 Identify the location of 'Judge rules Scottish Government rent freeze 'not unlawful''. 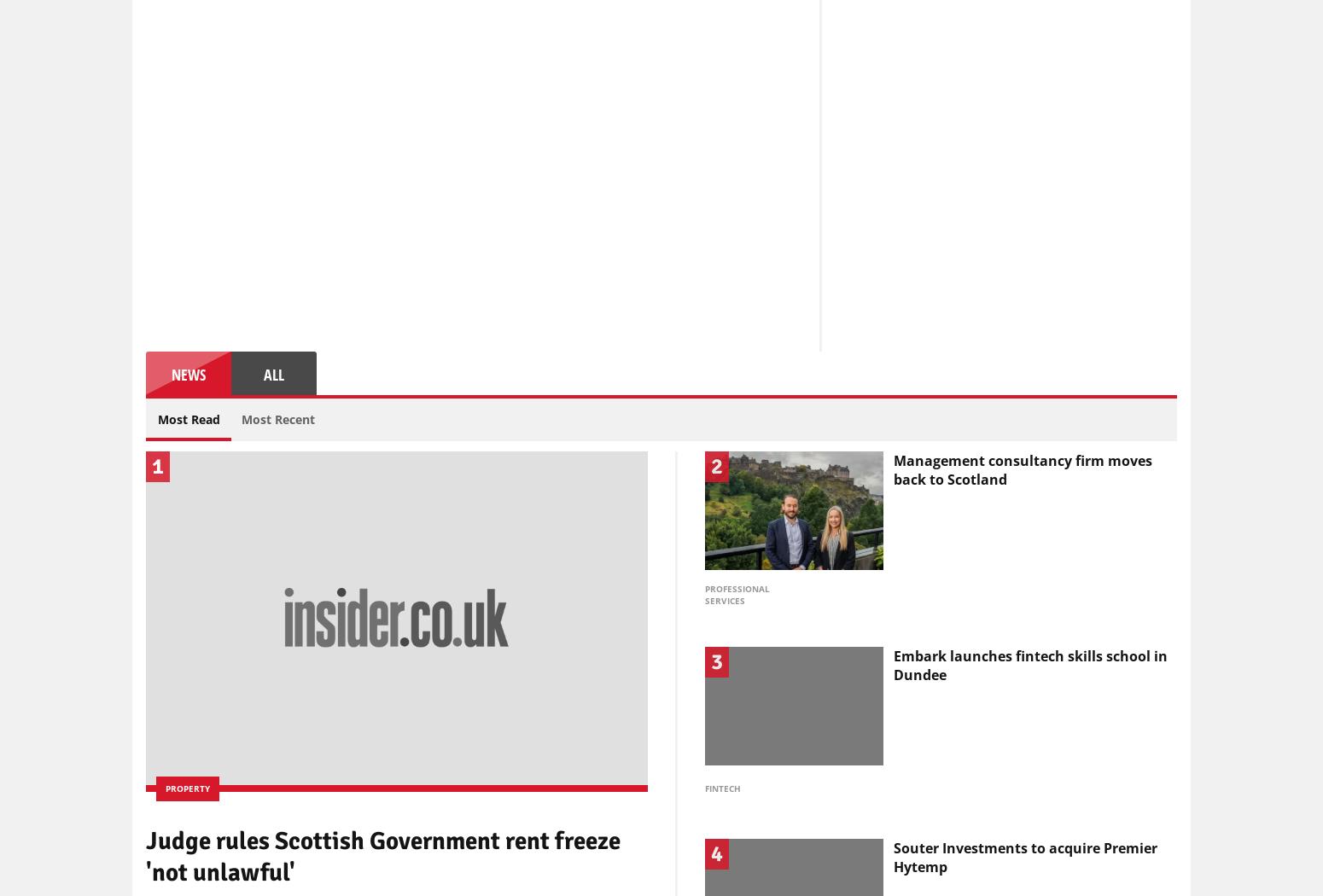
(383, 856).